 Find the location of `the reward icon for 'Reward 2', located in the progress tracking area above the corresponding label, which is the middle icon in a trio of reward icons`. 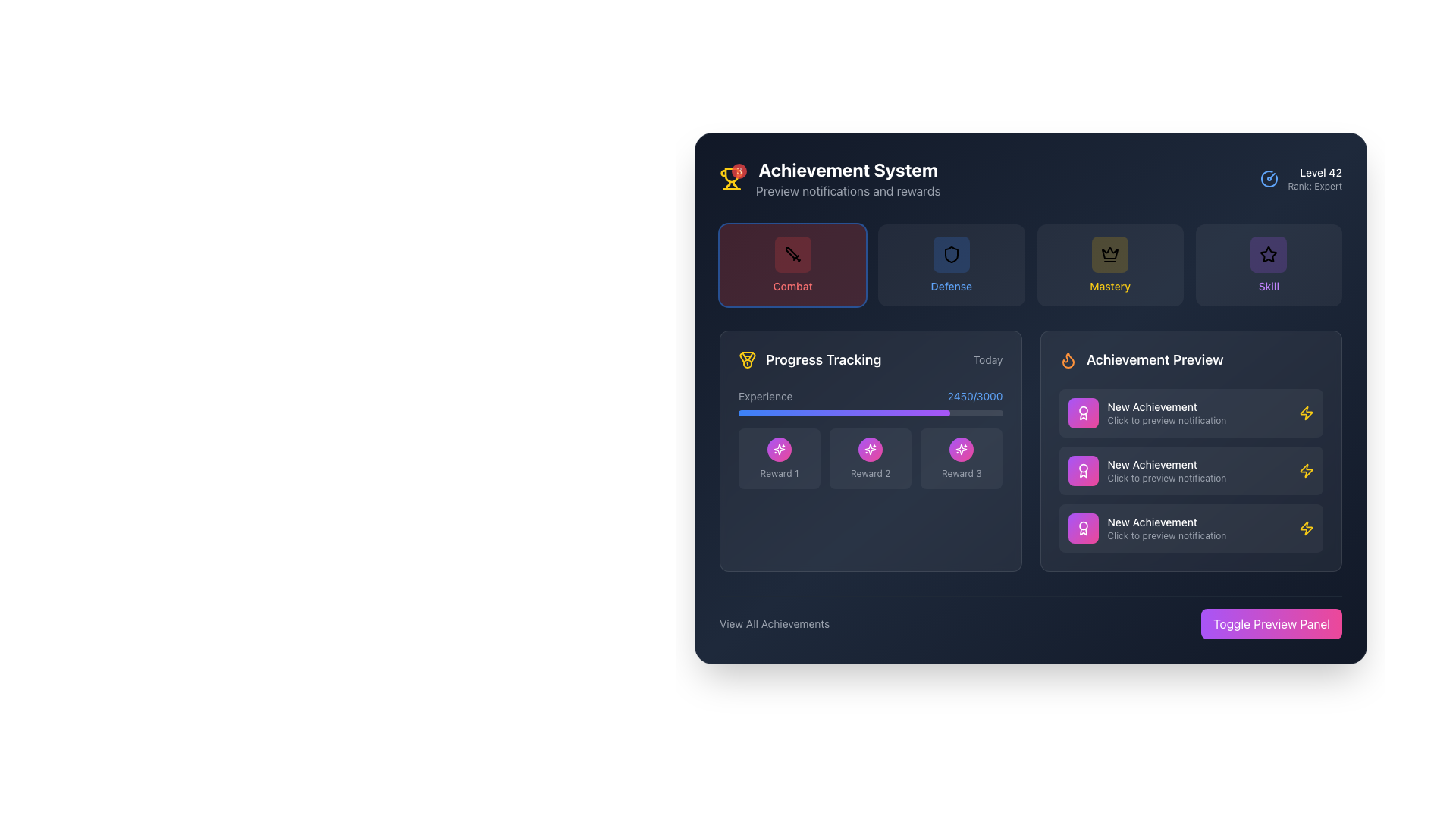

the reward icon for 'Reward 2', located in the progress tracking area above the corresponding label, which is the middle icon in a trio of reward icons is located at coordinates (780, 449).